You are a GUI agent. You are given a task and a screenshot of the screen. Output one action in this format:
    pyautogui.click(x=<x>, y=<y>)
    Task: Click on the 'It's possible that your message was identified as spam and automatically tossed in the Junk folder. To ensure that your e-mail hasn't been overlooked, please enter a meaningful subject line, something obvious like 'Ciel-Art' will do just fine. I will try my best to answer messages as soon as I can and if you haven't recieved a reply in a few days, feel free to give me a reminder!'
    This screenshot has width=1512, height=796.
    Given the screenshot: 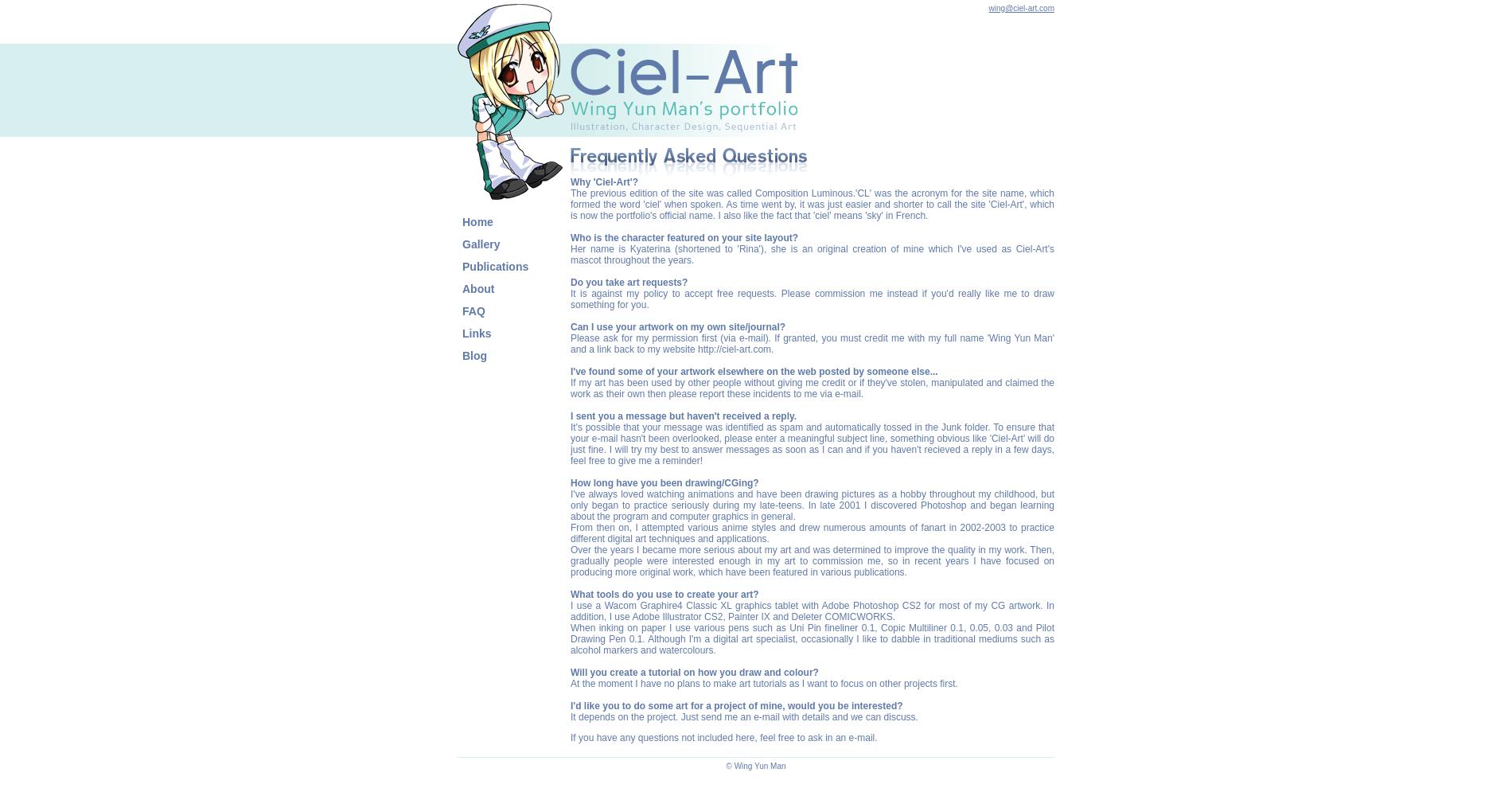 What is the action you would take?
    pyautogui.click(x=570, y=444)
    